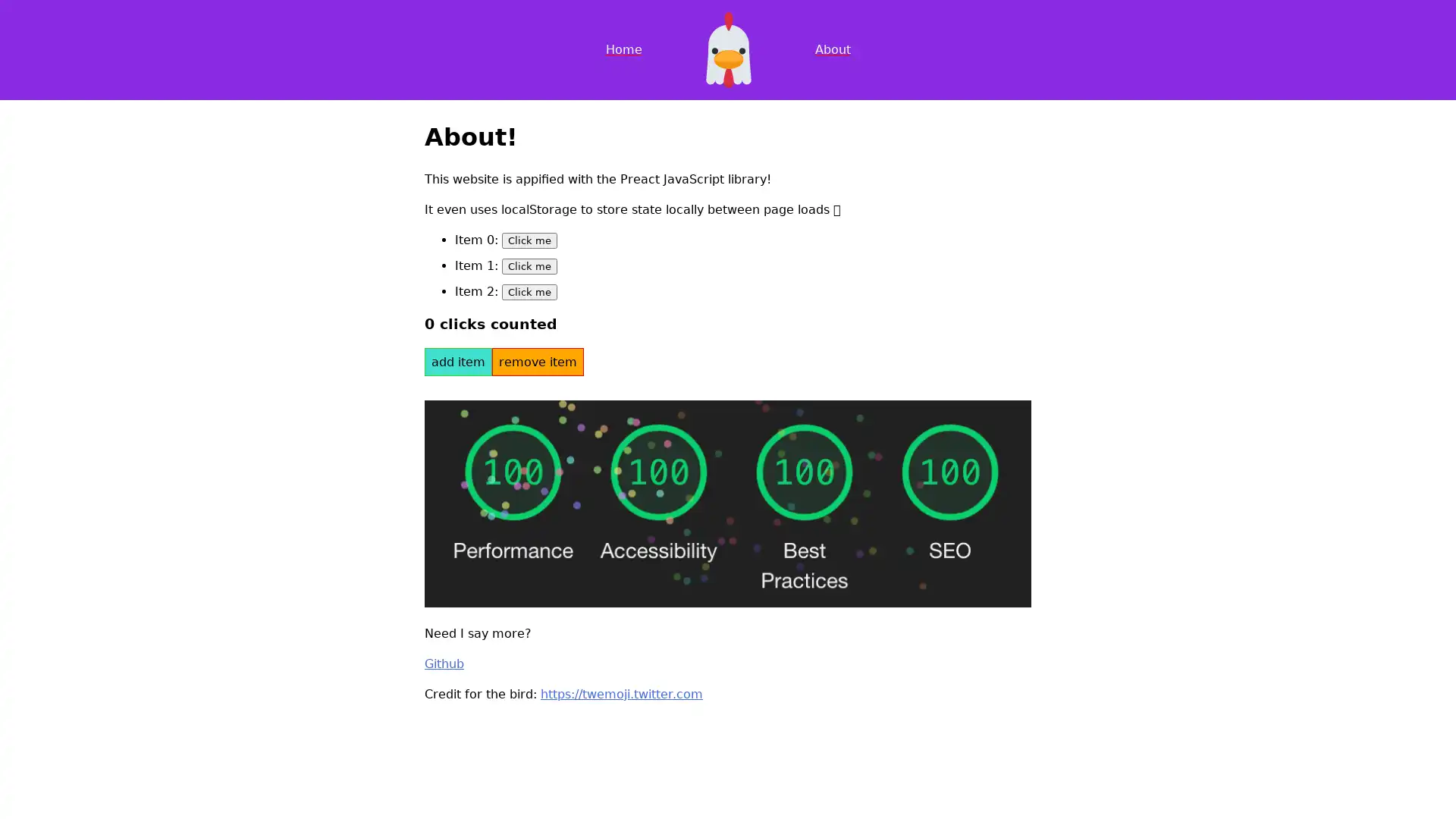  Describe the element at coordinates (529, 240) in the screenshot. I see `Click me` at that location.